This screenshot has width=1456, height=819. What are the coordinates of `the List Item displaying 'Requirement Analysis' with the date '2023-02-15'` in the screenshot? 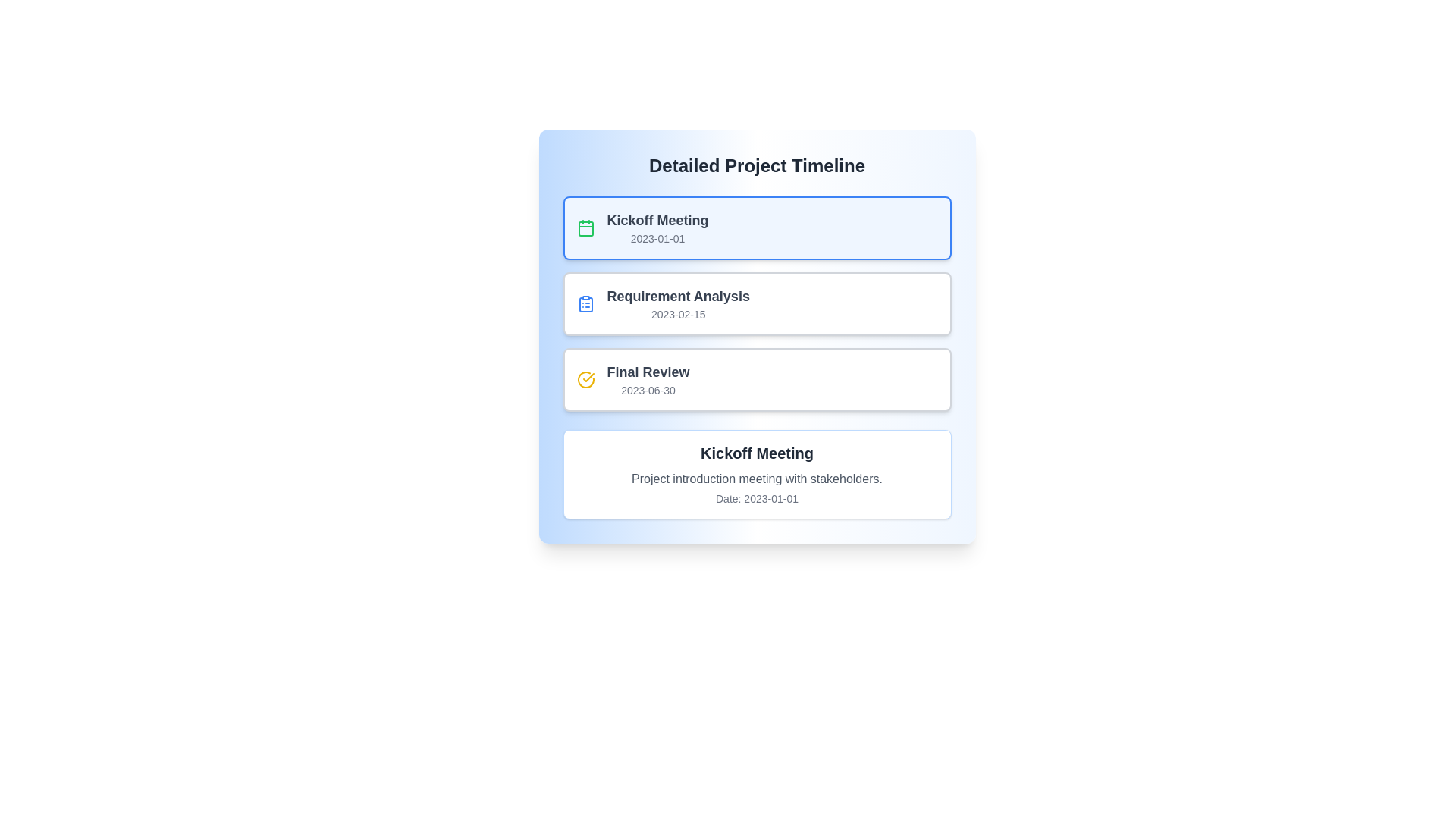 It's located at (757, 304).